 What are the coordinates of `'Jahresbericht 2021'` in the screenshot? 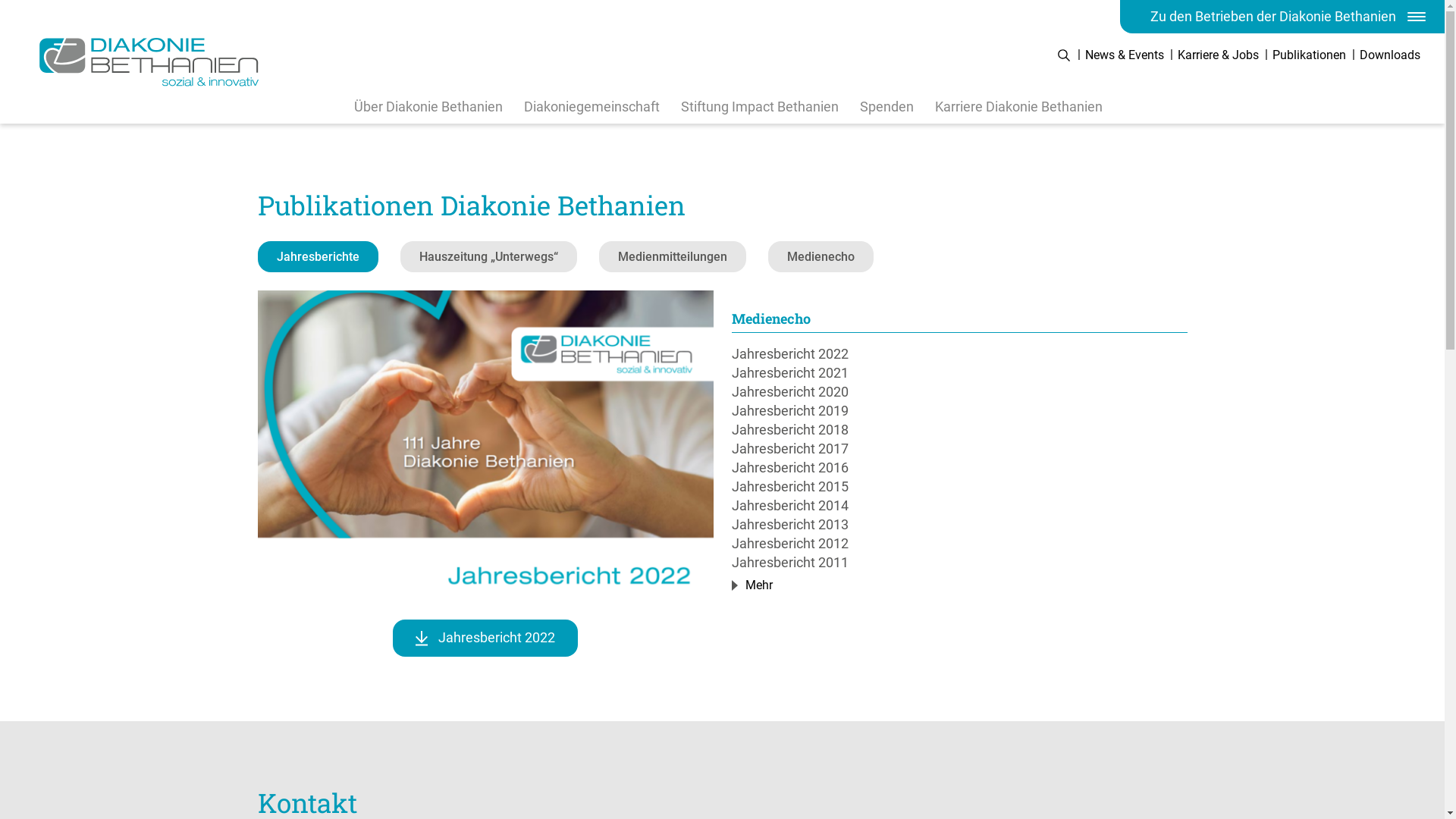 It's located at (958, 372).